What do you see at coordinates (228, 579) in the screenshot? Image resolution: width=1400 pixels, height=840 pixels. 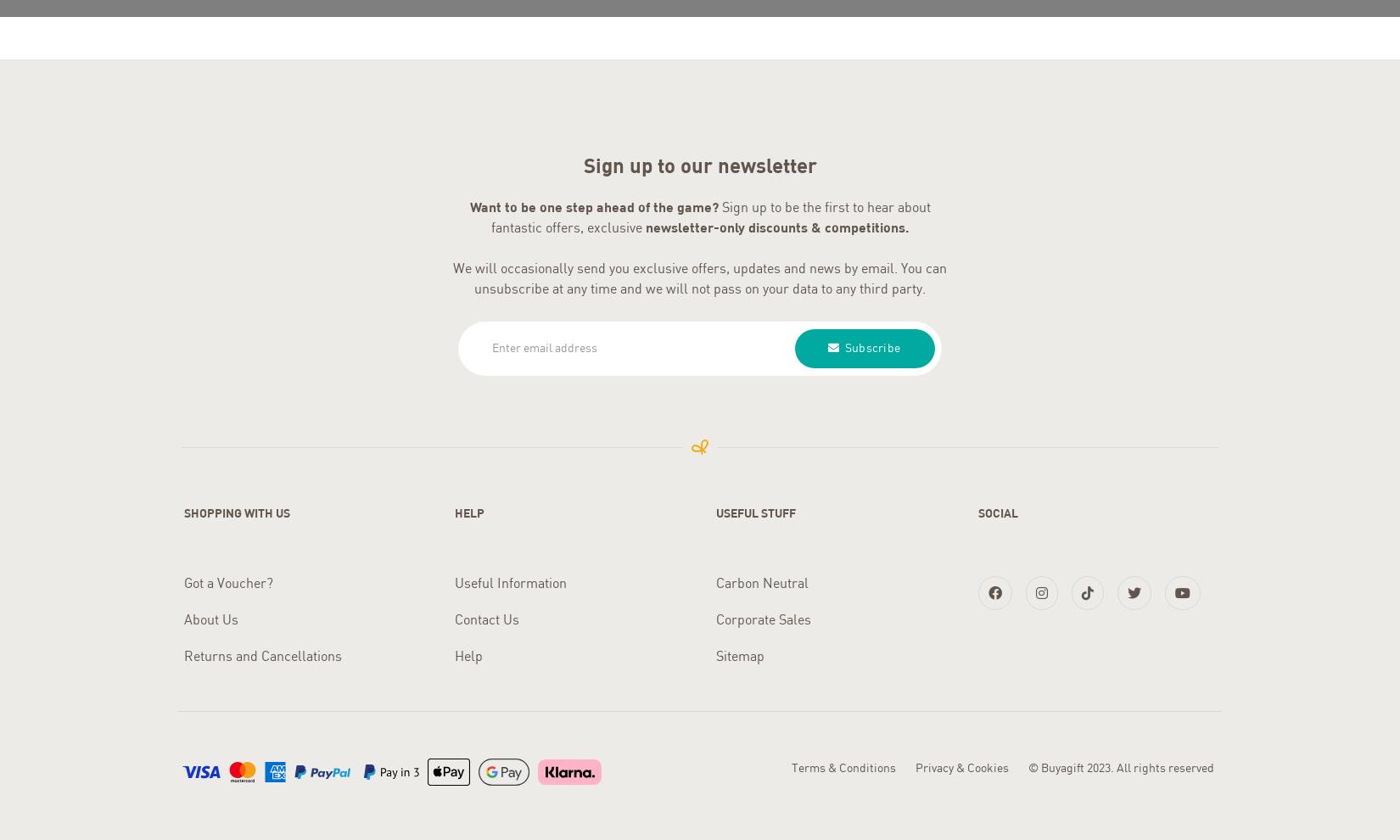 I see `'Got a Voucher?'` at bounding box center [228, 579].